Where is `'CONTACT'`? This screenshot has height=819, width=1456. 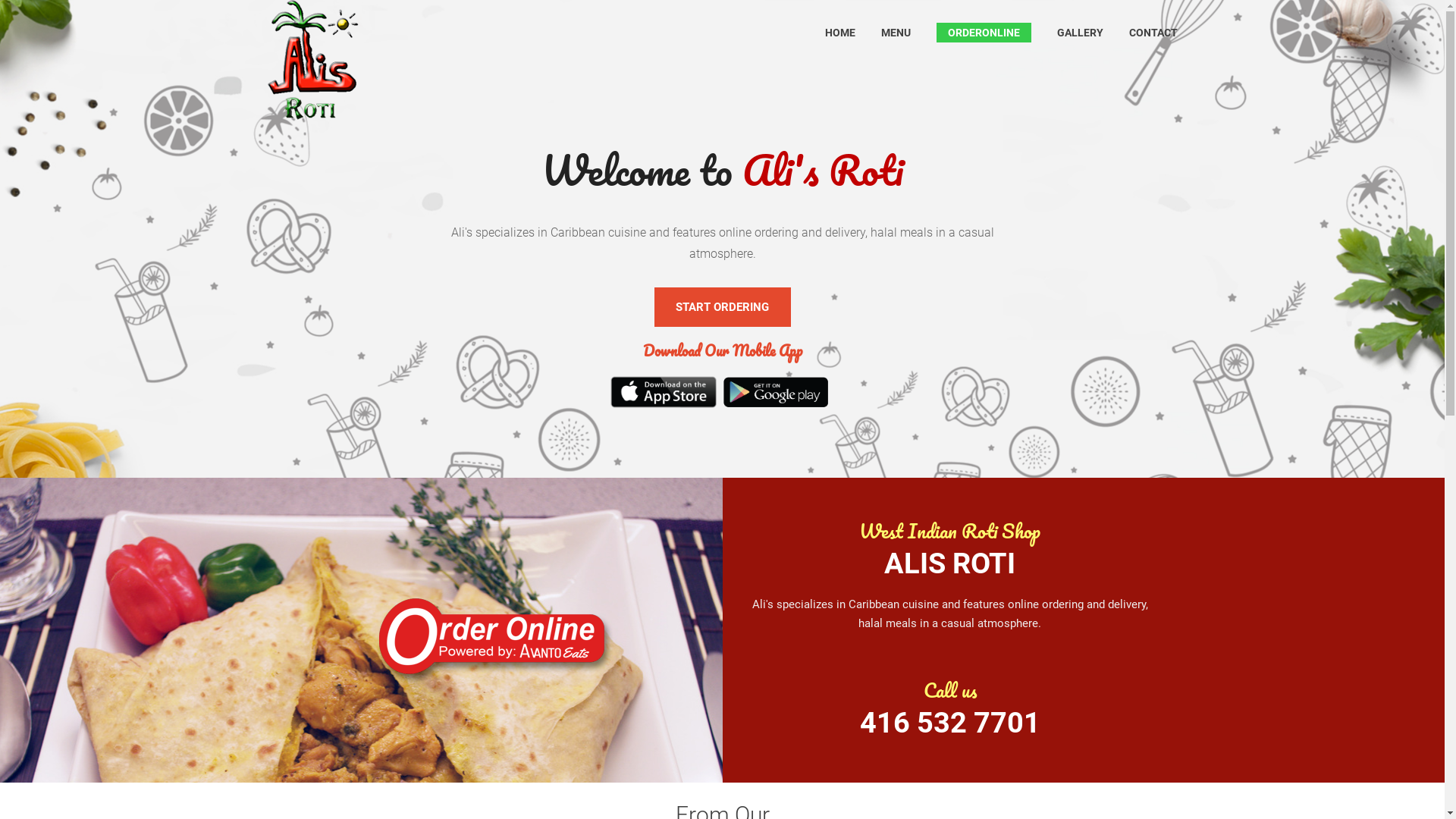
'CONTACT' is located at coordinates (1128, 32).